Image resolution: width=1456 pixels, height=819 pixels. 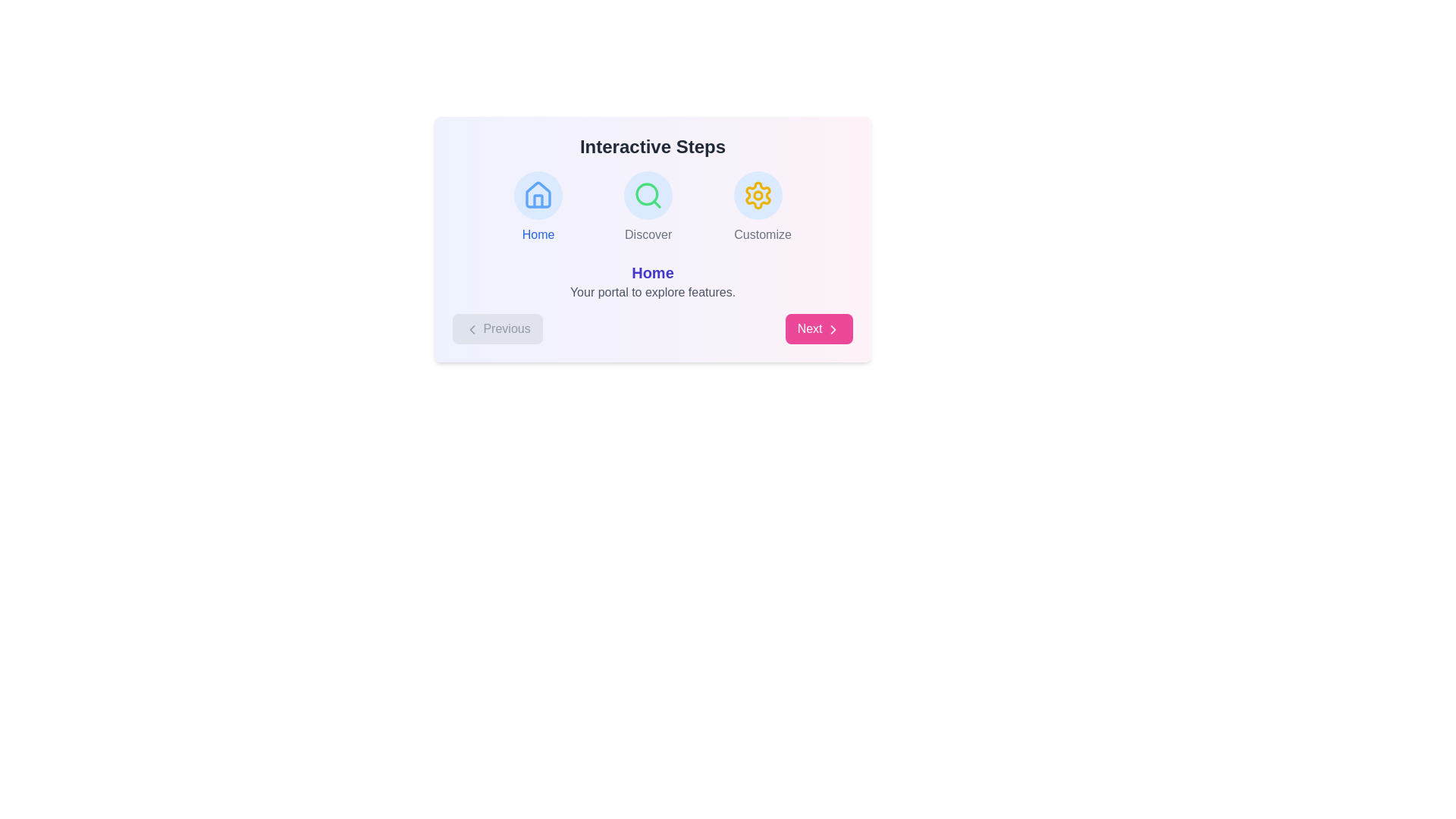 I want to click on the gear icon, which has a yellow color and is set against a circular blue background, located within the 'Interactive Steps' section, so click(x=758, y=195).